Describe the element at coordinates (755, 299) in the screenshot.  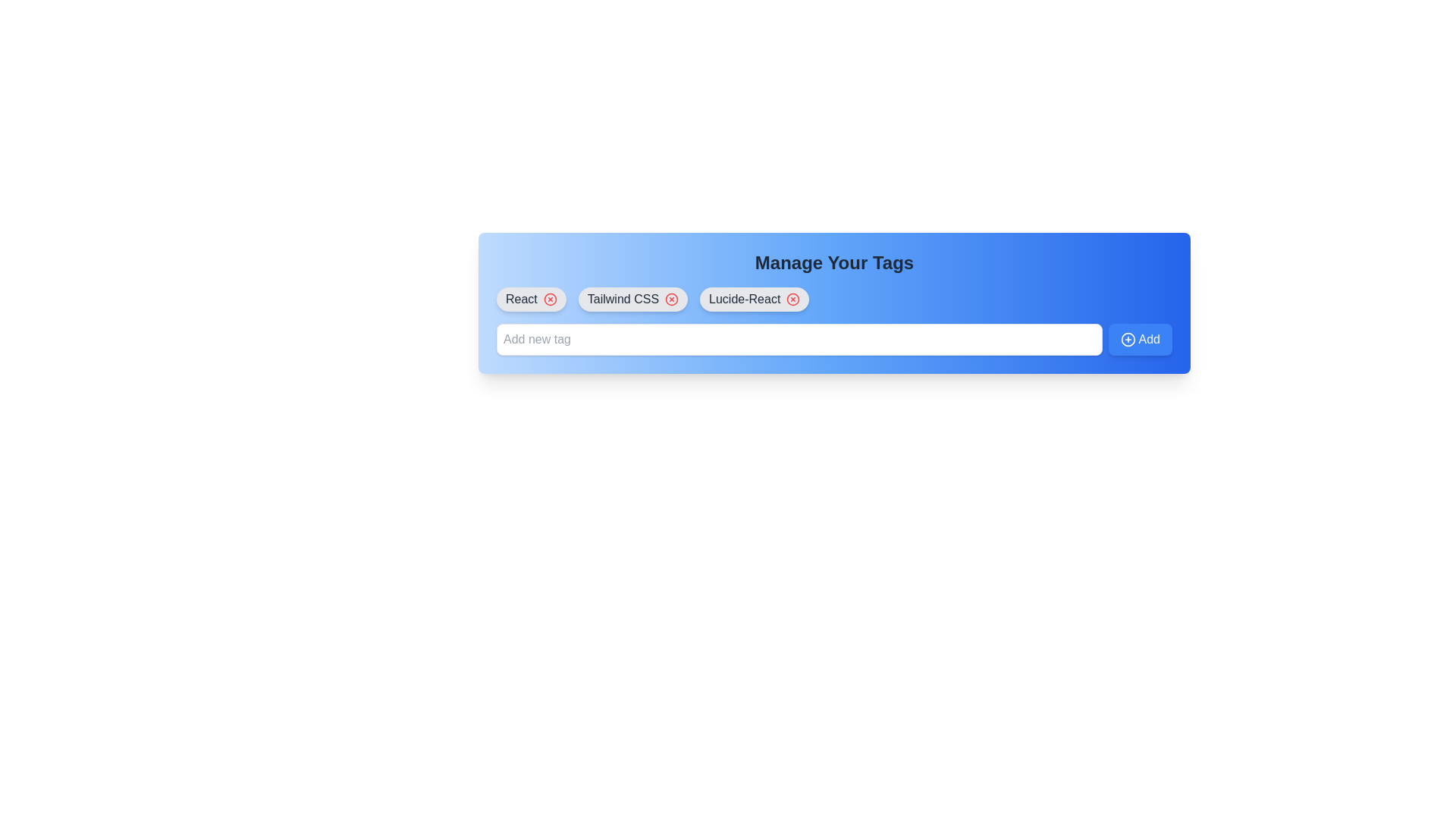
I see `the Tag with delete button labeled 'Lucide-React'` at that location.